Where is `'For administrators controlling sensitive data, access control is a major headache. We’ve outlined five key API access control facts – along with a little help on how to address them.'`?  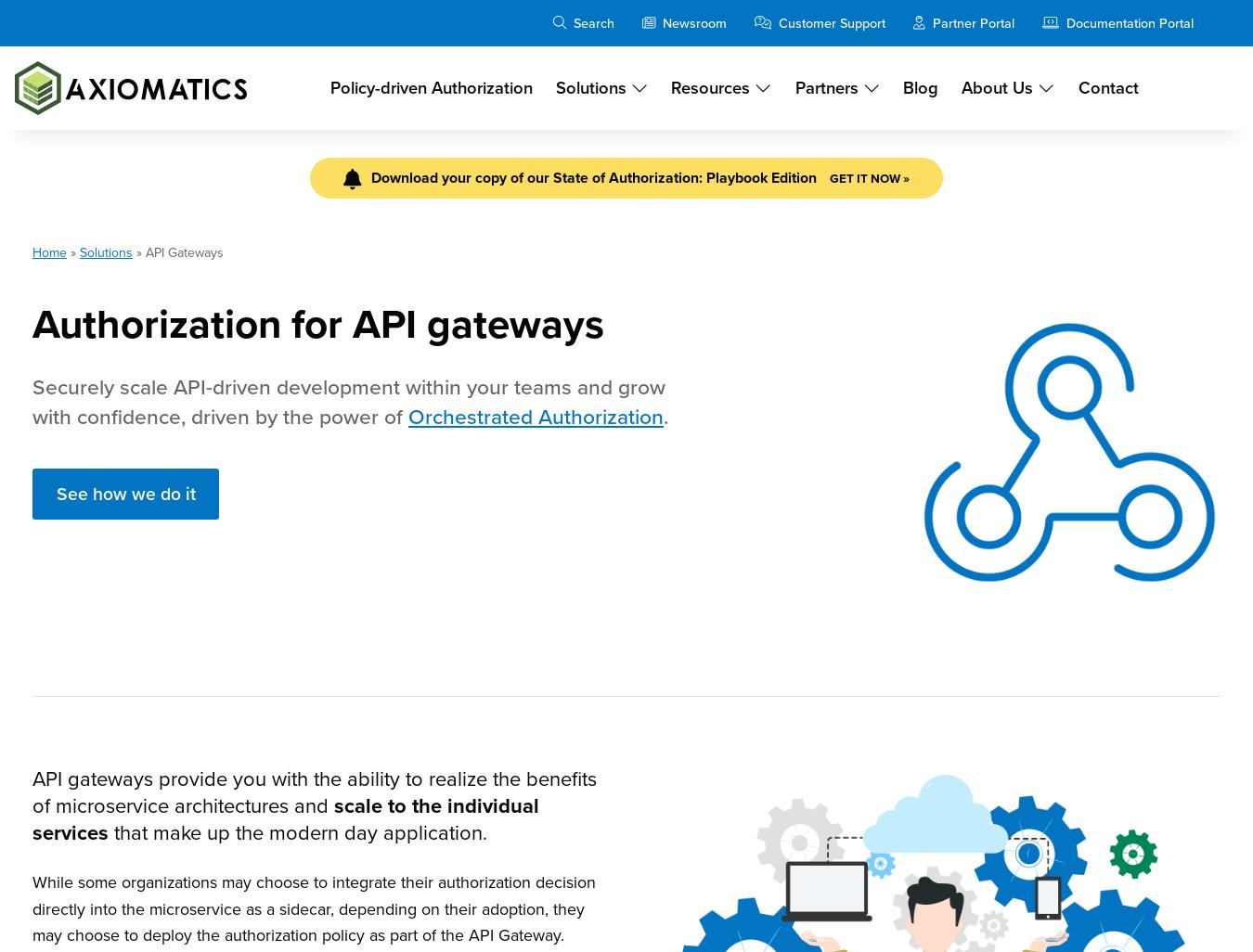 'For administrators controlling sensitive data, access control is a major headache. We’ve outlined five key API access control facts – along with a little help on how to address them.' is located at coordinates (626, 528).